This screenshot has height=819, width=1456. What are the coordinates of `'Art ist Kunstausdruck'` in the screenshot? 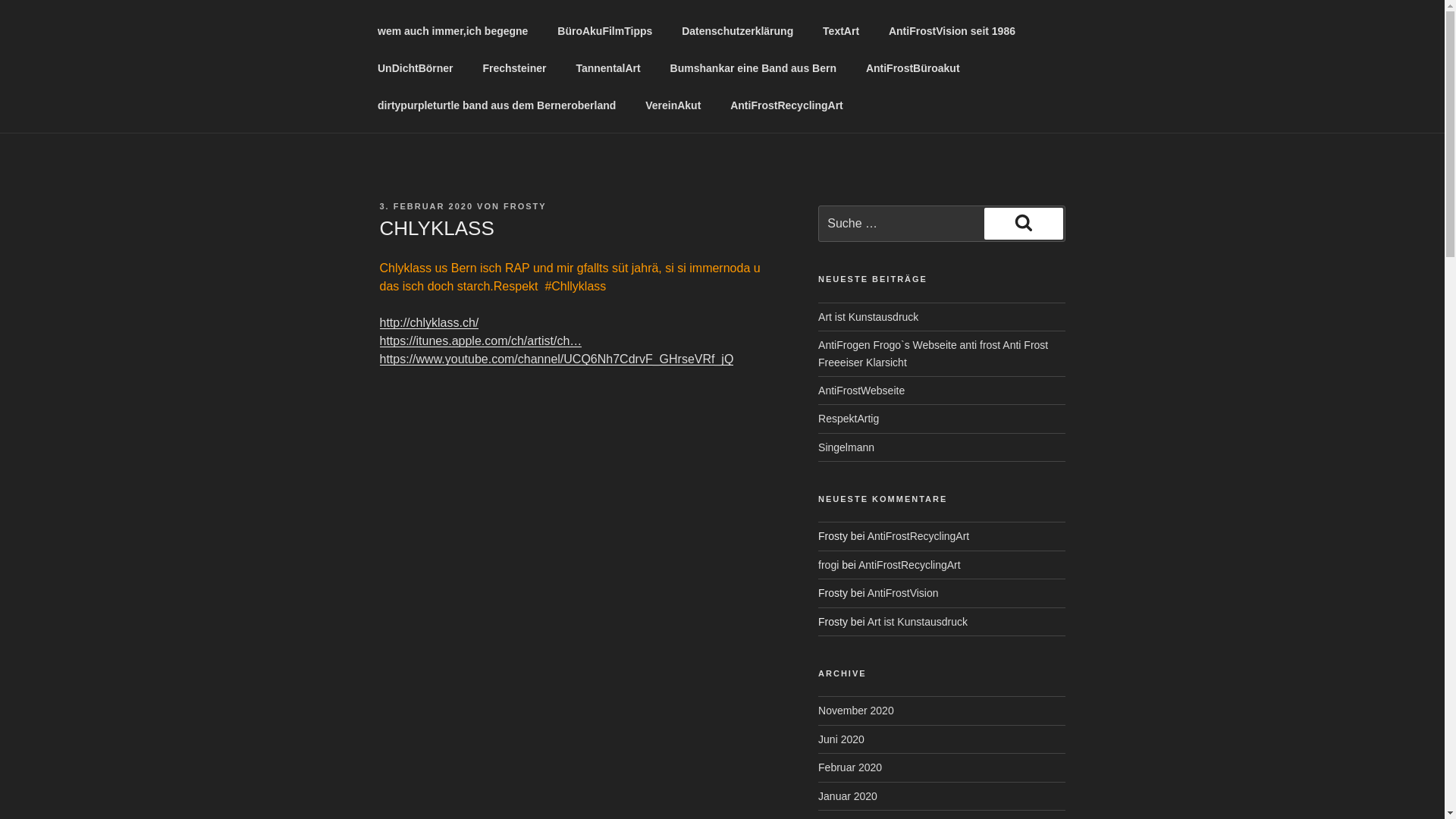 It's located at (867, 622).